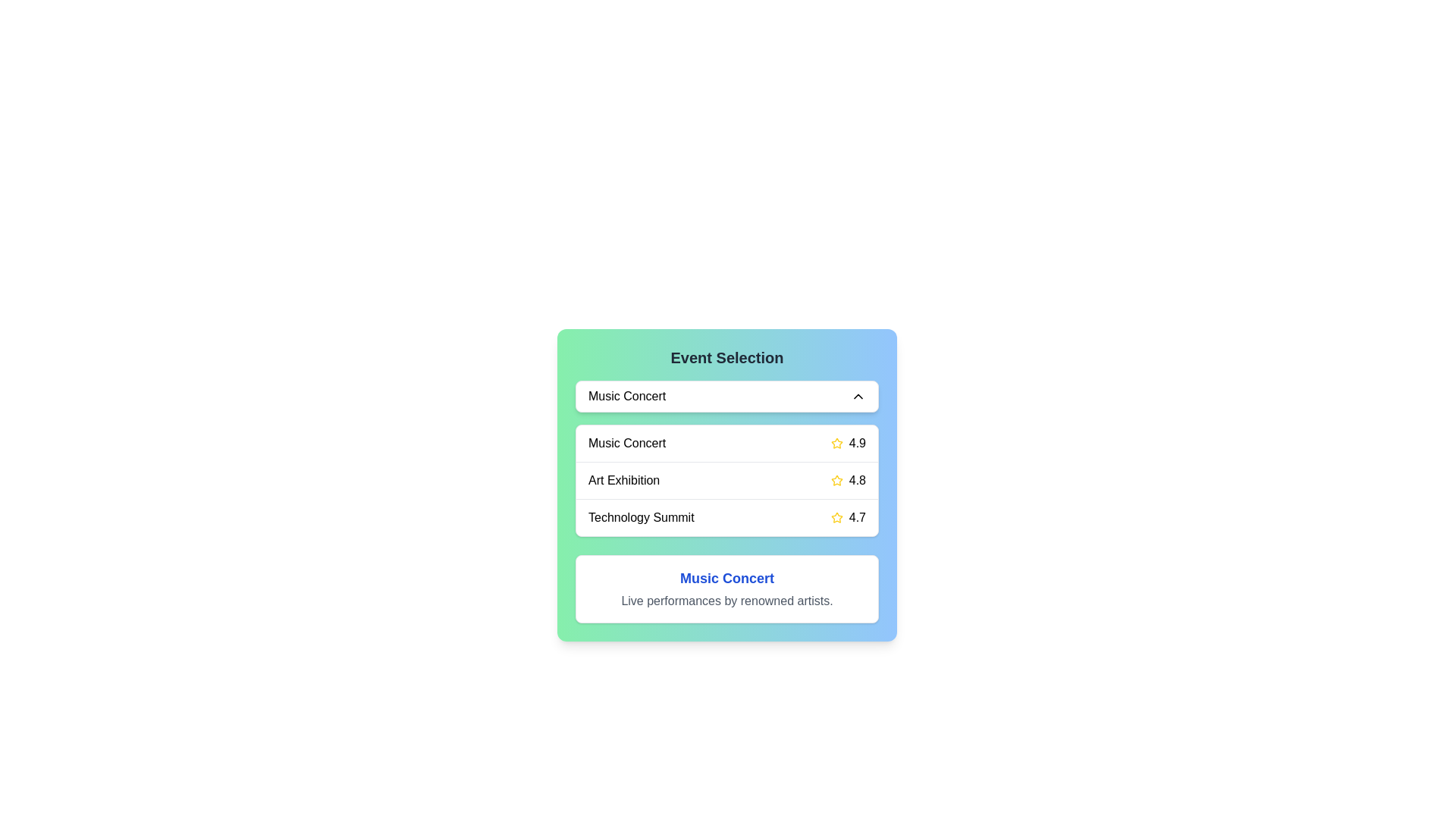  I want to click on the text label that contains 'Live performances by renowned artists.' which is styled in gray and located beneath the bold blue title 'Music Concert', so click(726, 601).